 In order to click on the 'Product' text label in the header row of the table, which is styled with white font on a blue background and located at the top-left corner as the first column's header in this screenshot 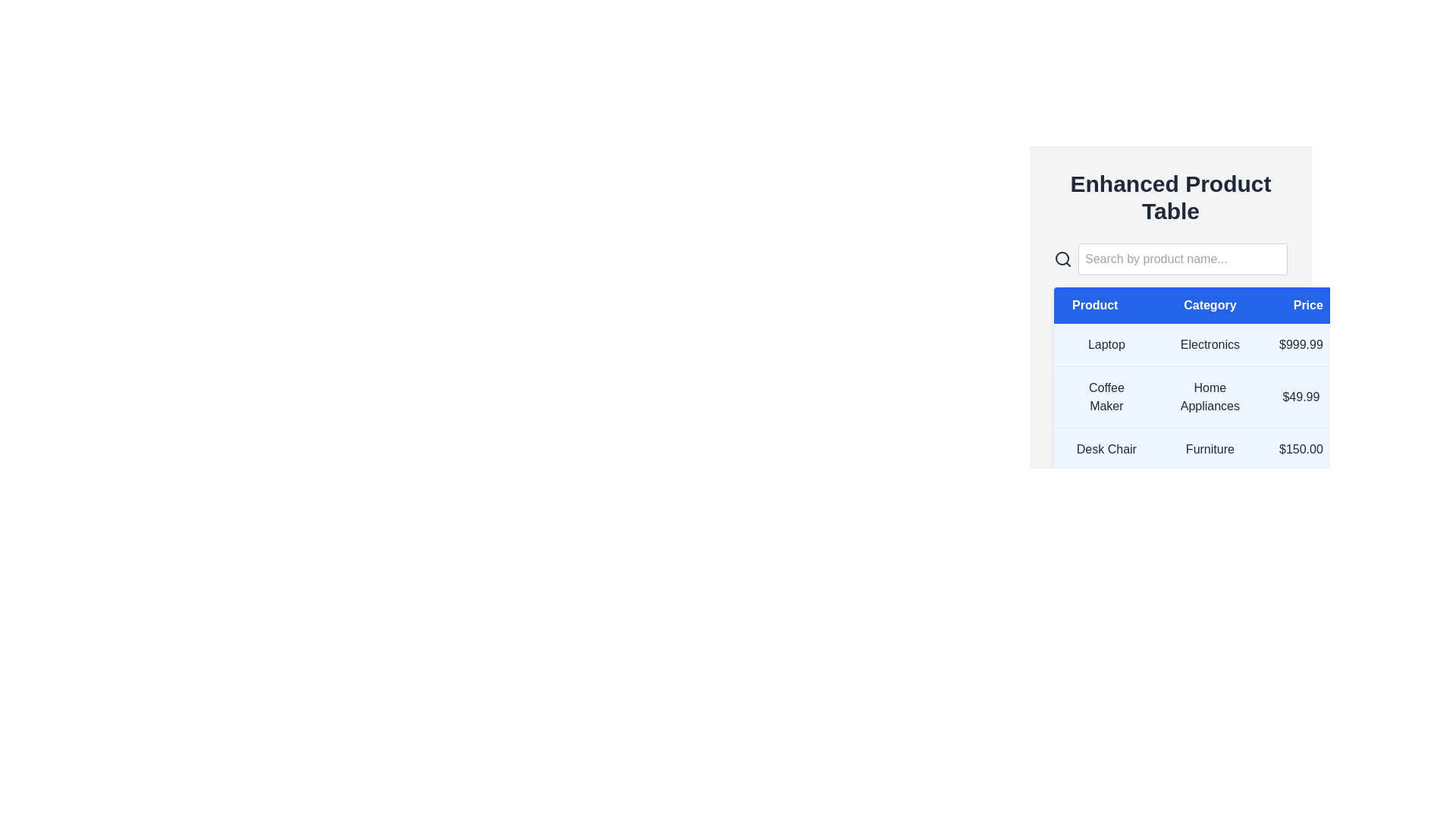, I will do `click(1106, 305)`.